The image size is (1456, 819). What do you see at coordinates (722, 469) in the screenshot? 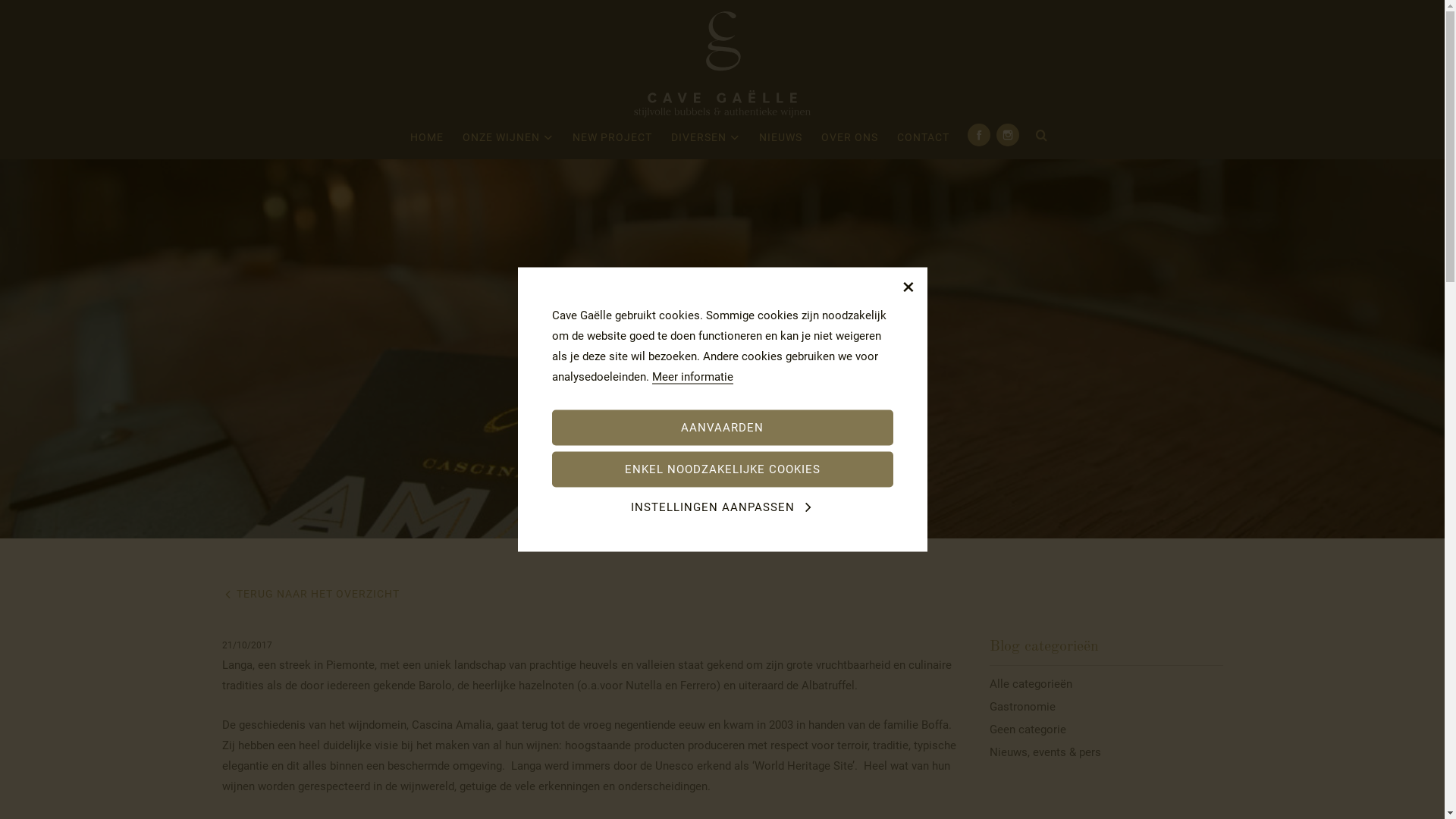
I see `'ENKEL NOODZAKELIJKE COOKIES'` at bounding box center [722, 469].